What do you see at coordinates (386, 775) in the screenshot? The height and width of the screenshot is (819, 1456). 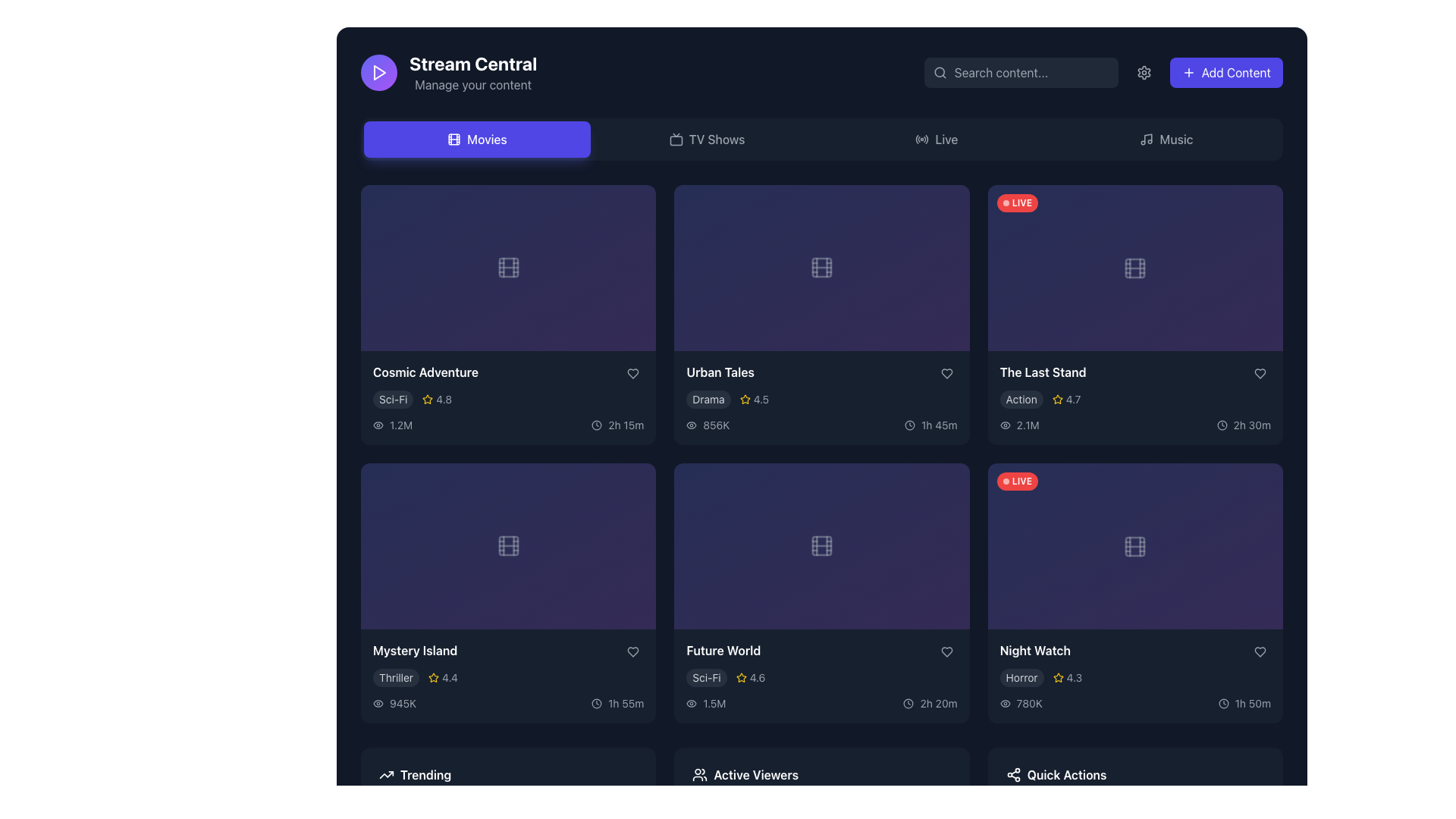 I see `the vector icon that represents the concept of trending, located to the left of the 'Trending' text in the bottom-left corner of the interface` at bounding box center [386, 775].